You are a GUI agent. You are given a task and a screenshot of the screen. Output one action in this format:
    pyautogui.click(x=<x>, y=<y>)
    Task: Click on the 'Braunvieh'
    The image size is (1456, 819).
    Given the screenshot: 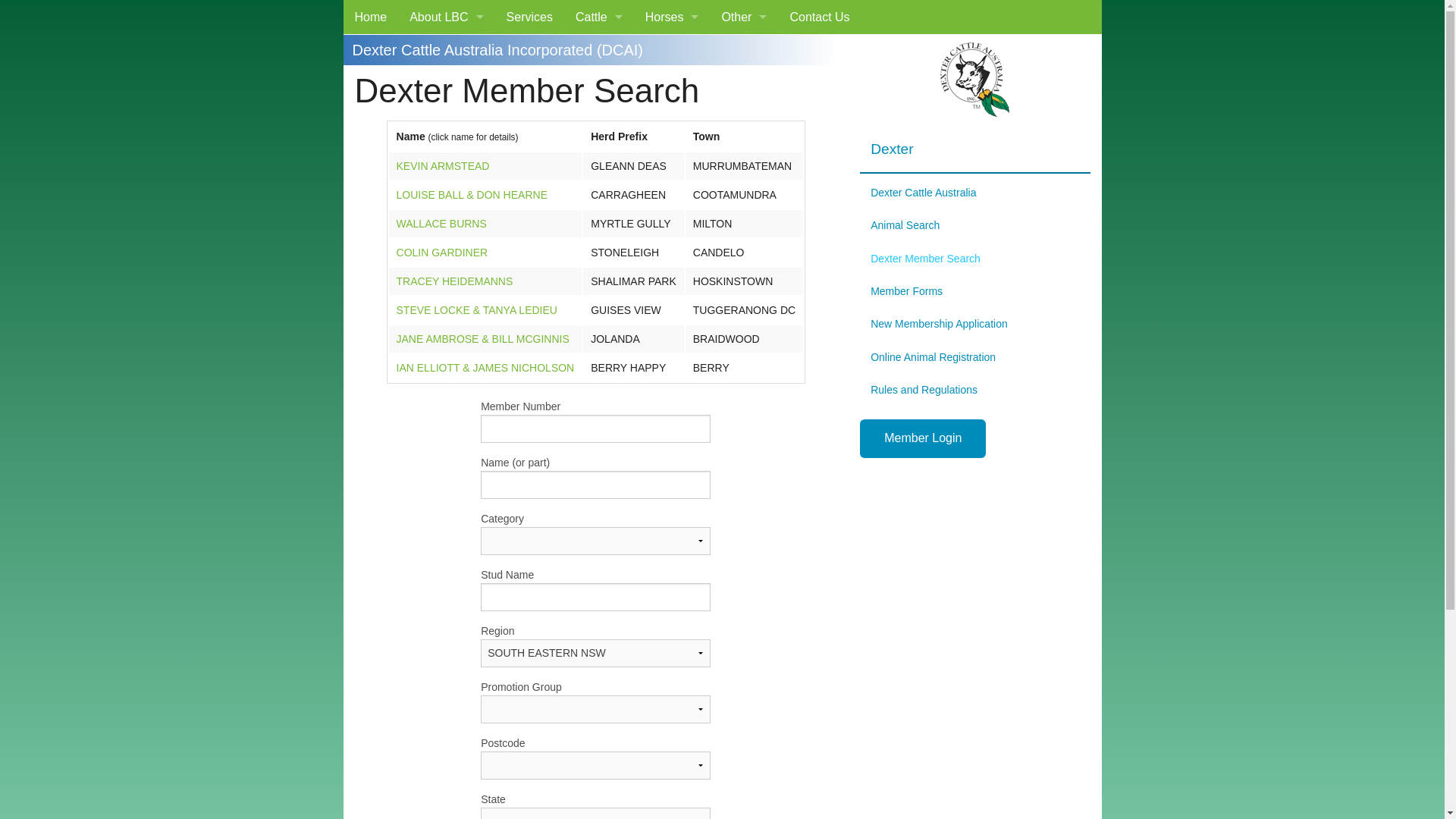 What is the action you would take?
    pyautogui.click(x=598, y=85)
    